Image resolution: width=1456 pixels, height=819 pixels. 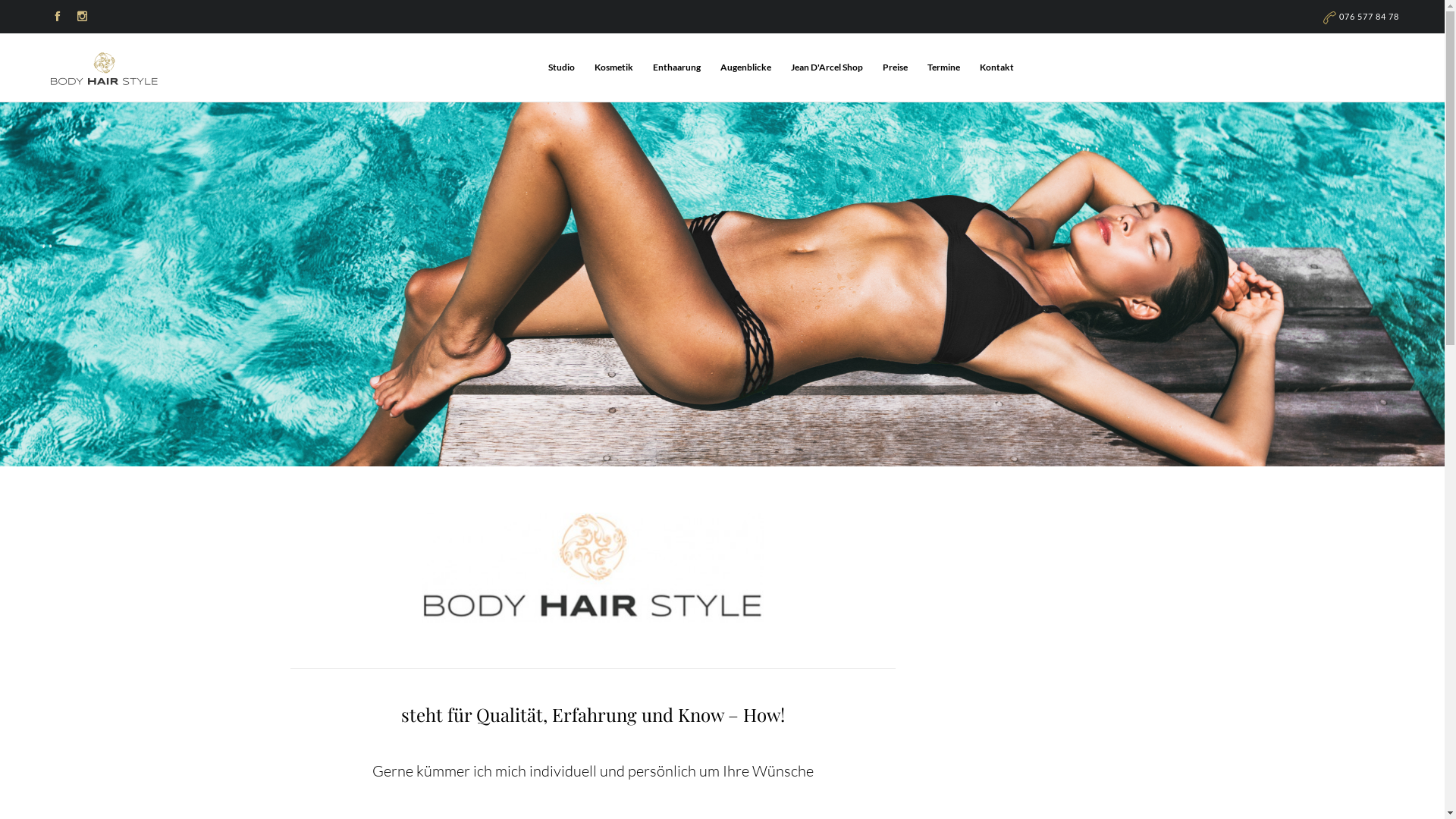 I want to click on 'Augenblicke', so click(x=748, y=66).